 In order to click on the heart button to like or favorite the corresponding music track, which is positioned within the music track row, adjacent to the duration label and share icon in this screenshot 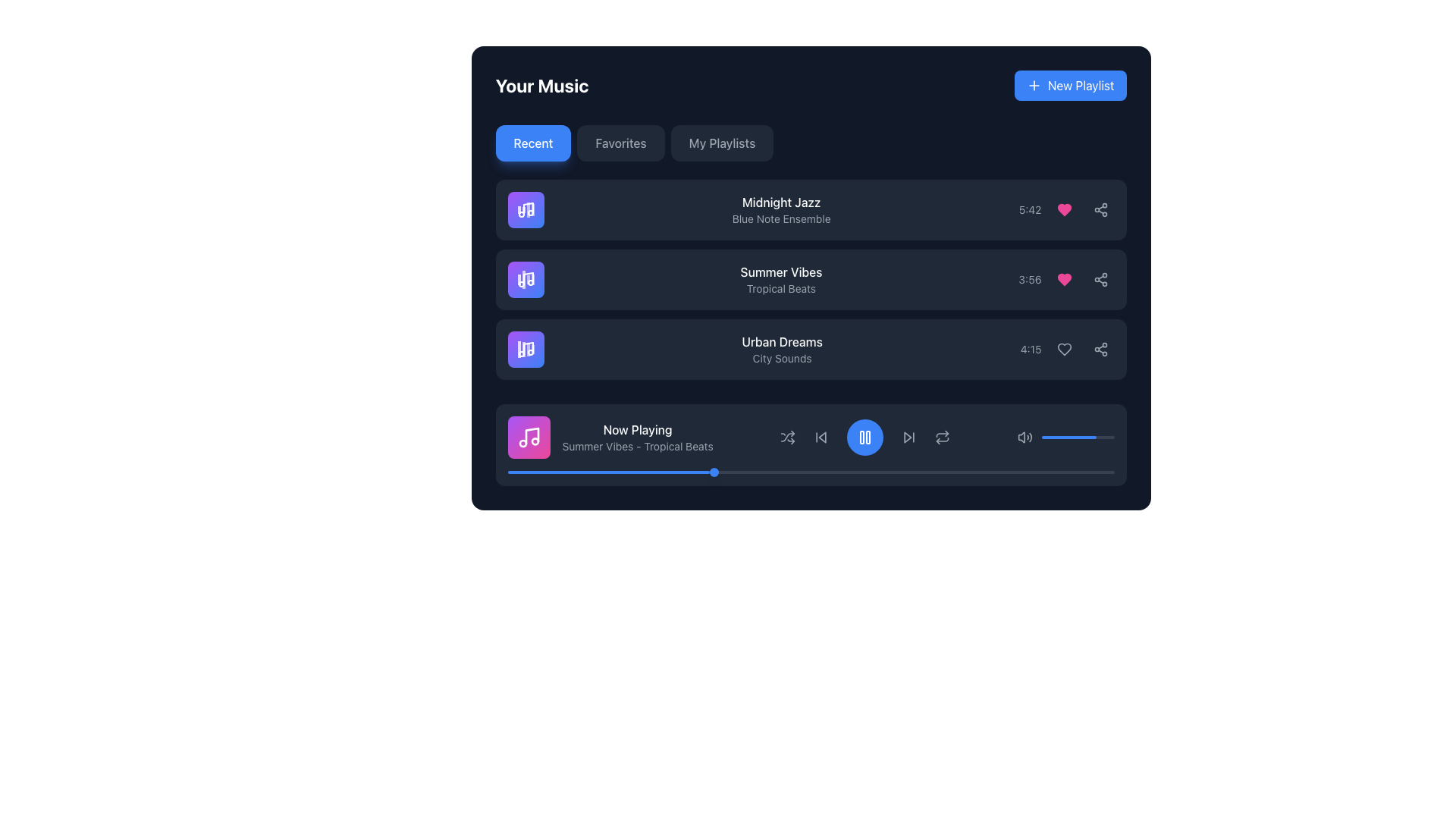, I will do `click(1063, 280)`.